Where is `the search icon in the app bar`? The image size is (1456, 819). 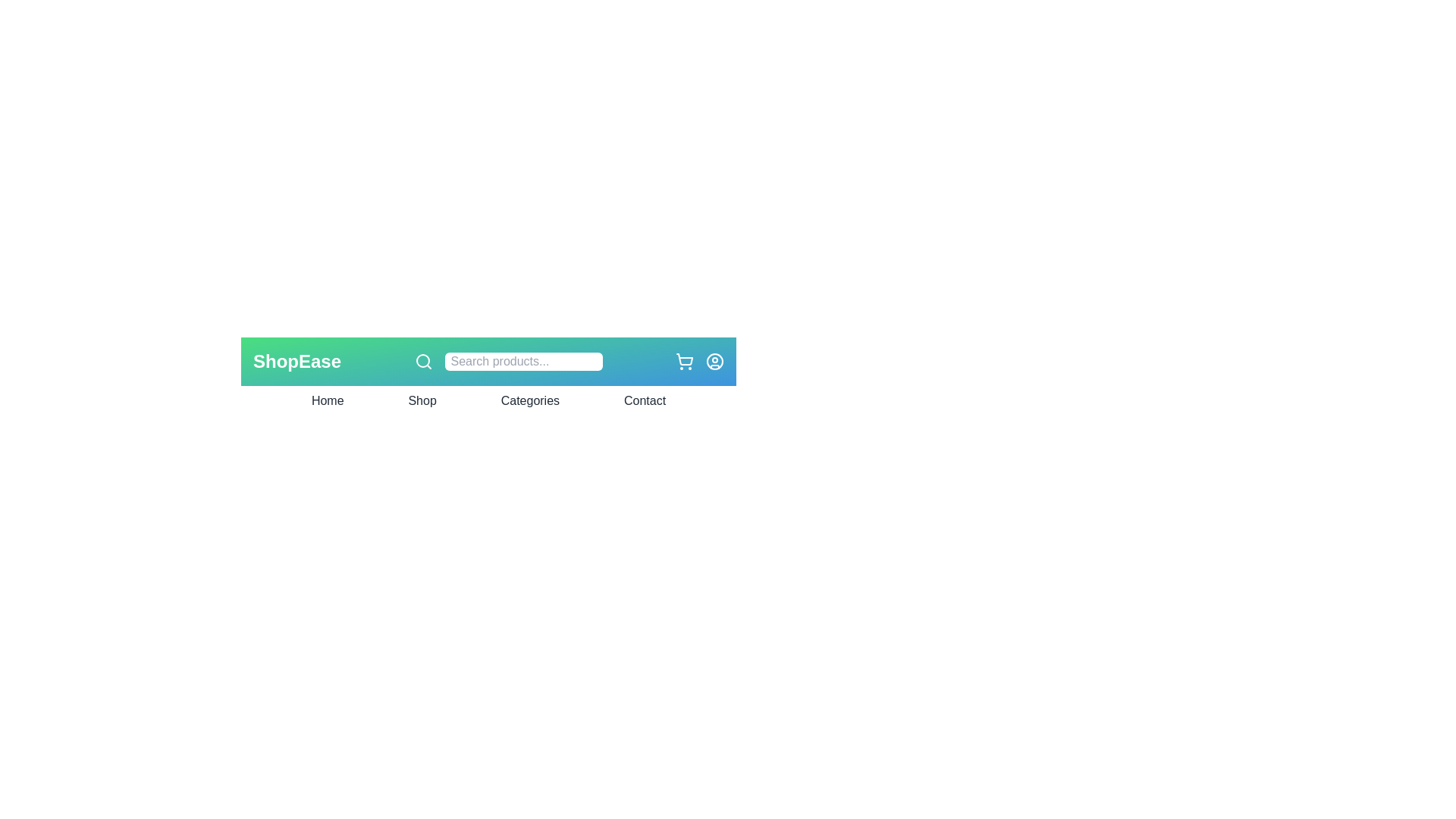
the search icon in the app bar is located at coordinates (422, 362).